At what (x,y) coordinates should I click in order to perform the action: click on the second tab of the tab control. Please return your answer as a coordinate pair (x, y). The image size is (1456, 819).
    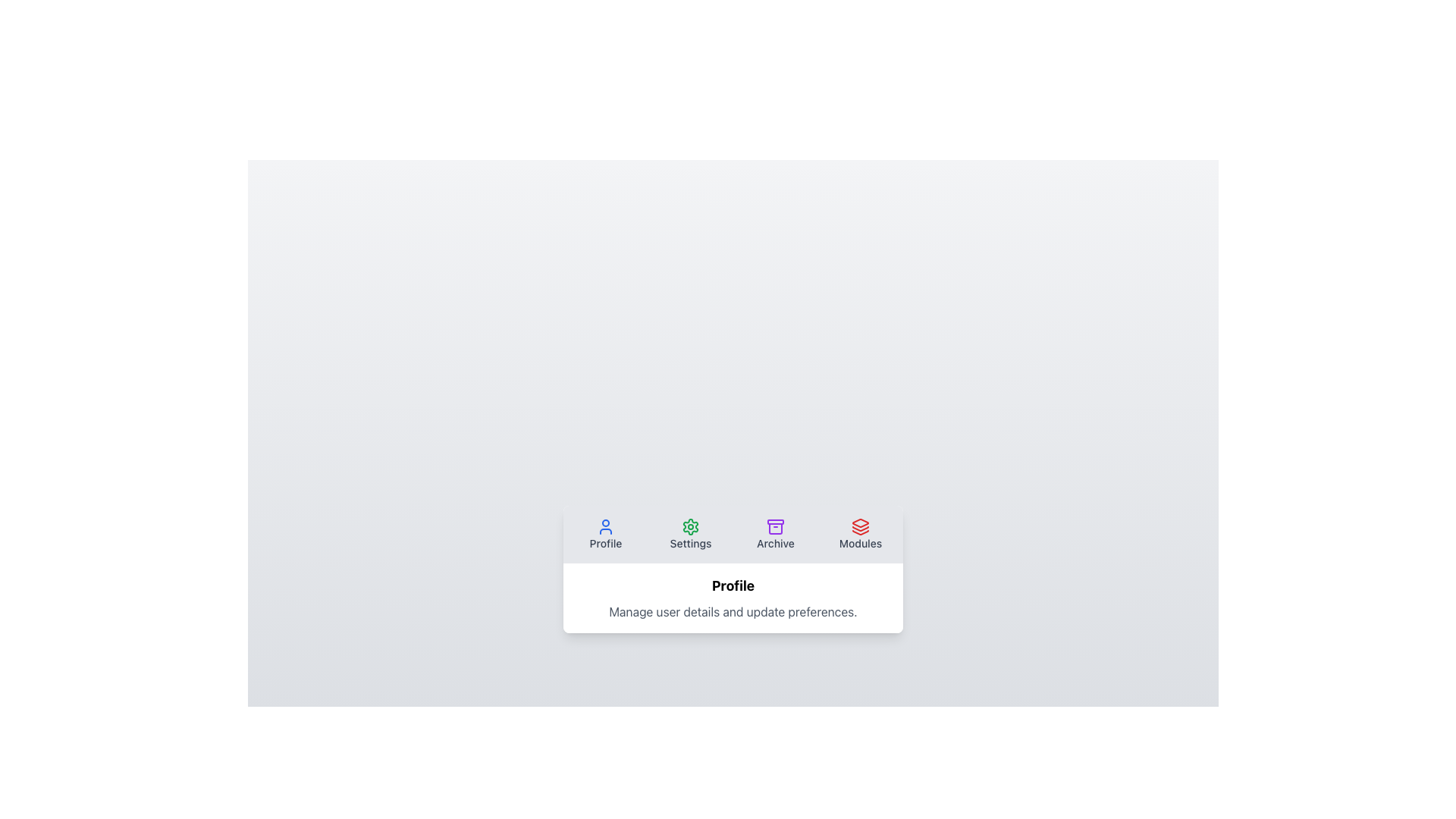
    Looking at the image, I should click on (690, 534).